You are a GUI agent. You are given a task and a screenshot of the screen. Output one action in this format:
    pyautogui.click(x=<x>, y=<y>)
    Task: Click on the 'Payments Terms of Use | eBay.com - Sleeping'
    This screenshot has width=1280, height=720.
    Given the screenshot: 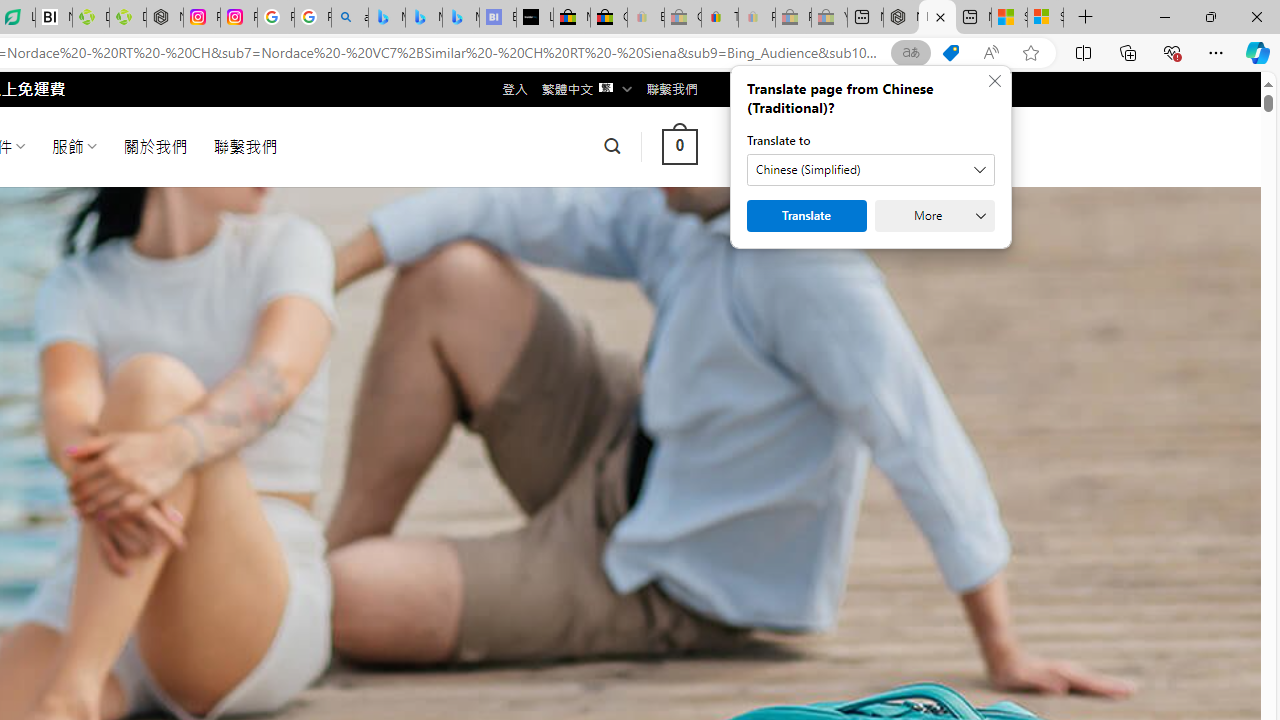 What is the action you would take?
    pyautogui.click(x=755, y=17)
    